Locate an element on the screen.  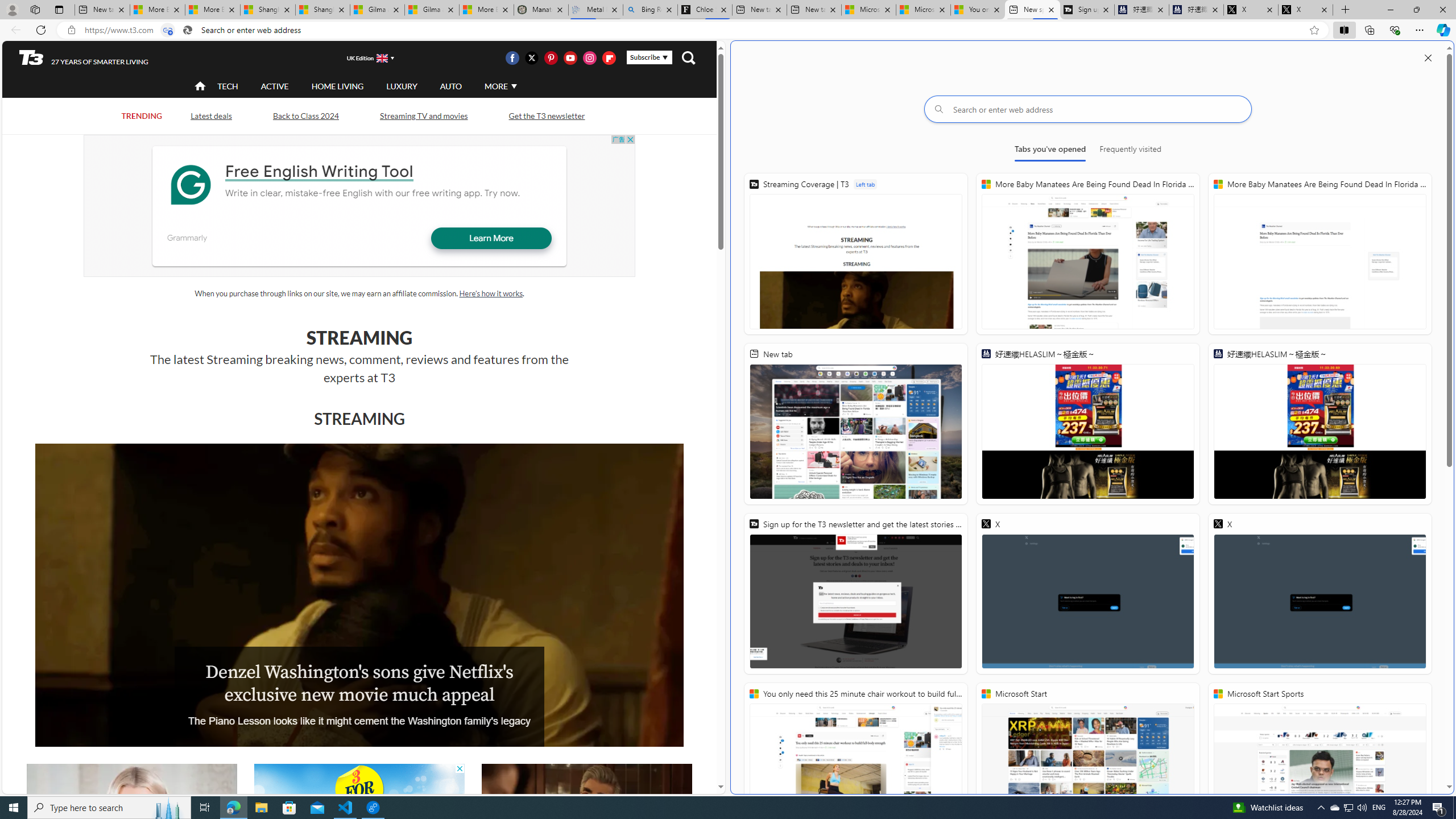
'Gilma and Hector both pose tropical trouble for Hawaii' is located at coordinates (432, 9).